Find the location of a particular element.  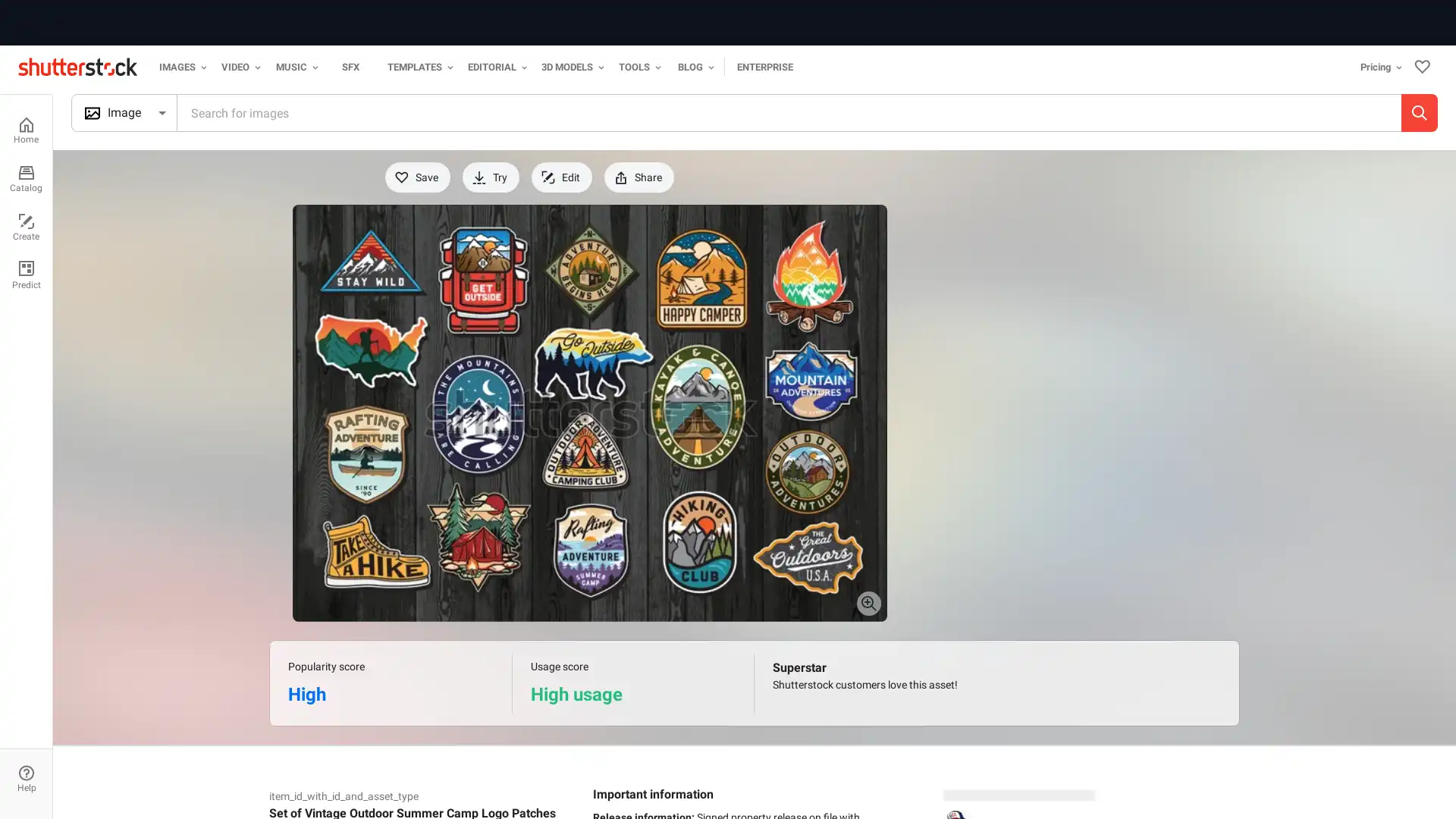

Tools is located at coordinates (638, 66).